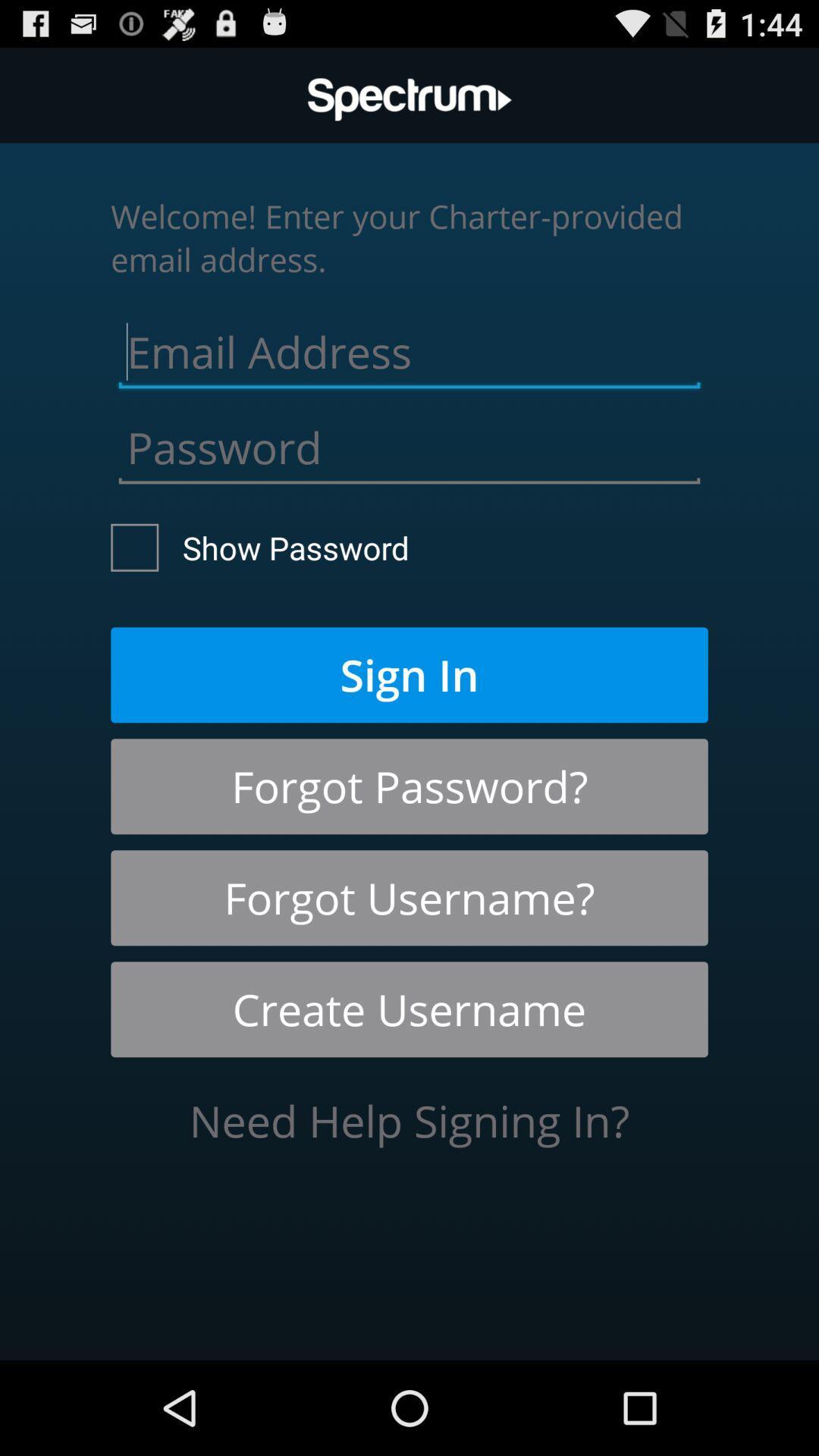 The image size is (819, 1456). What do you see at coordinates (409, 1121) in the screenshot?
I see `need help signing` at bounding box center [409, 1121].